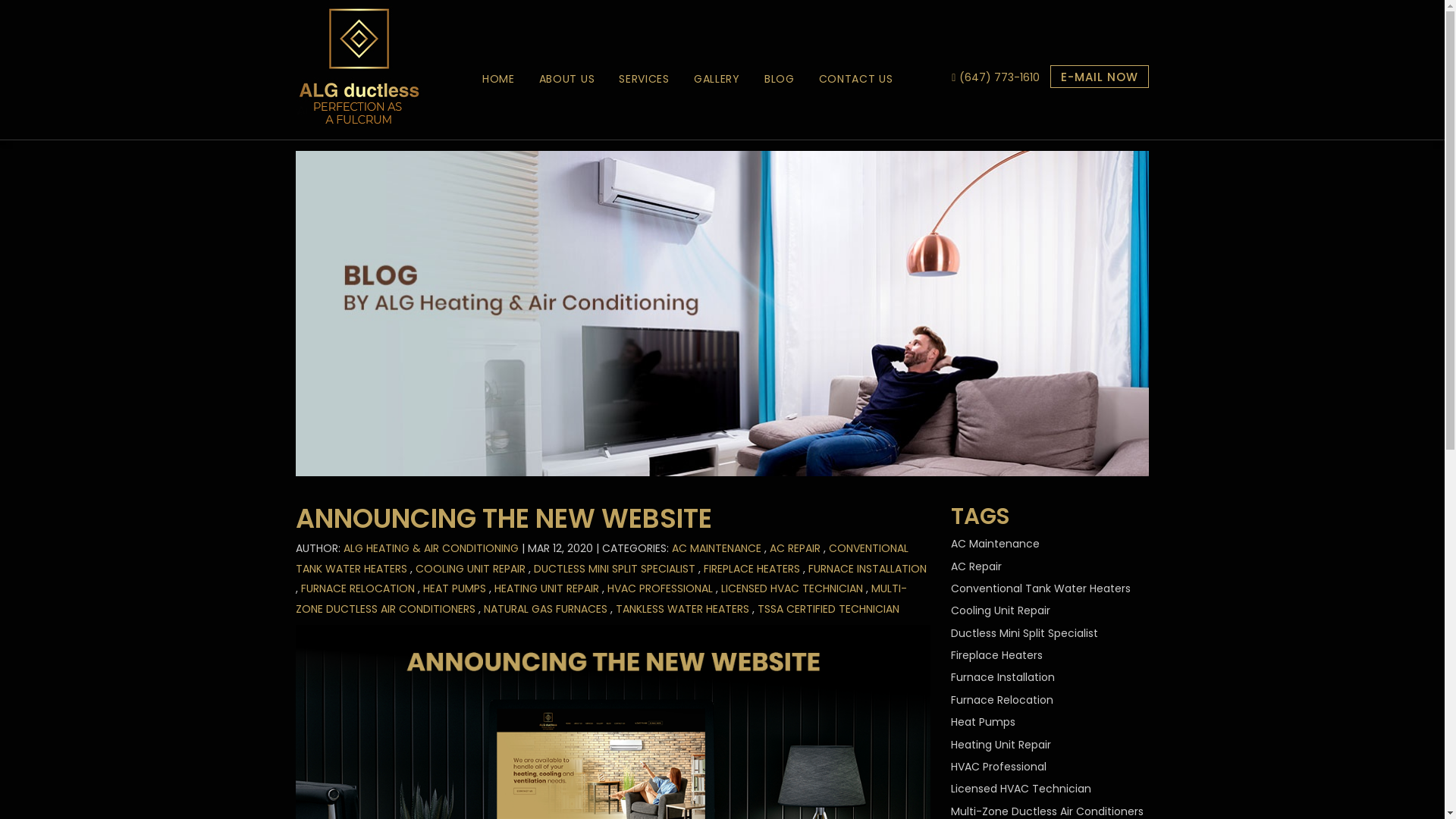 The image size is (1456, 819). Describe the element at coordinates (1021, 788) in the screenshot. I see `'Licensed HVAC Technician'` at that location.